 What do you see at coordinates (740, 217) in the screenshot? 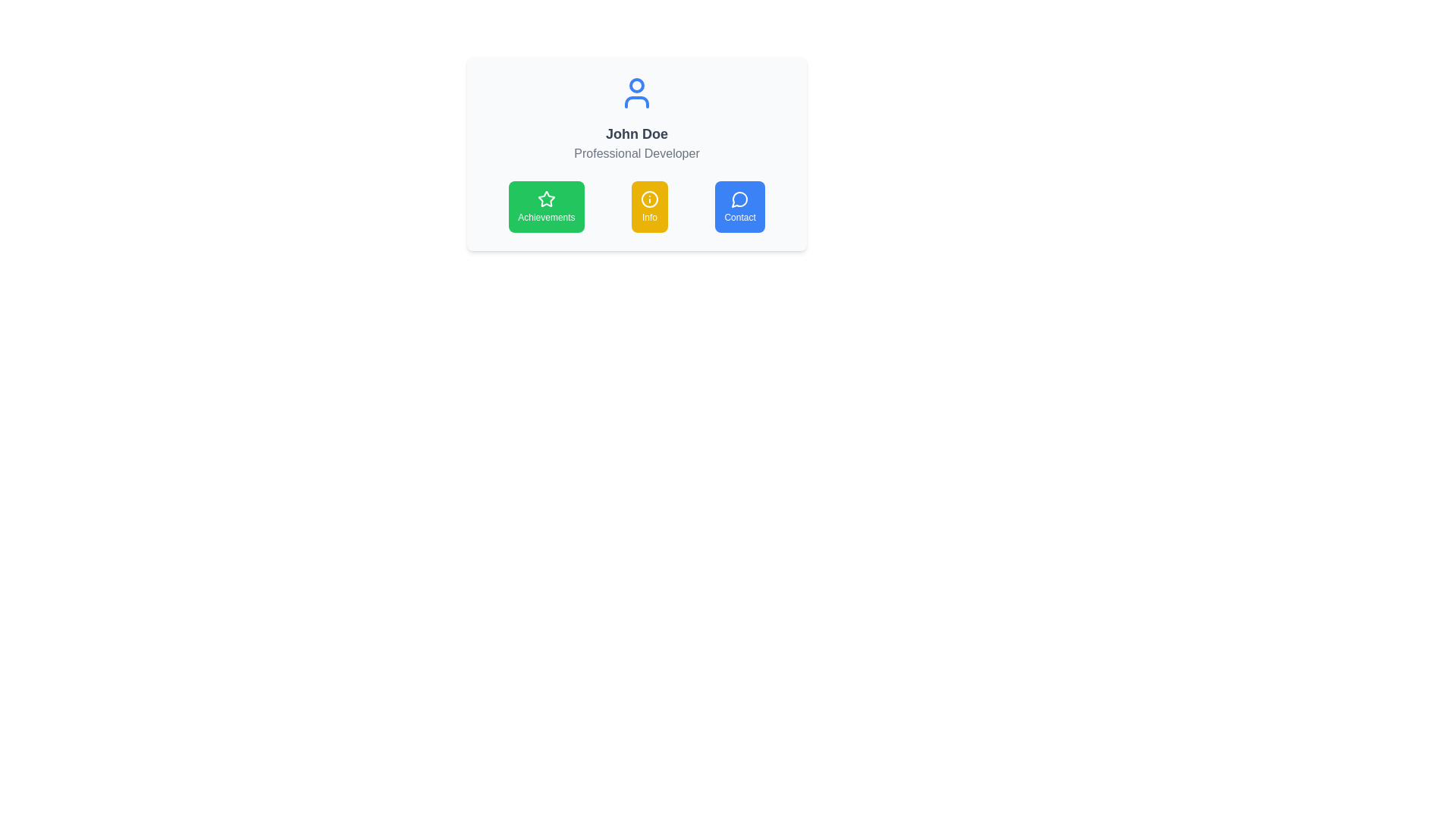
I see `the 'Contact' text label located beneath the message icon within a blue and white themed button` at bounding box center [740, 217].